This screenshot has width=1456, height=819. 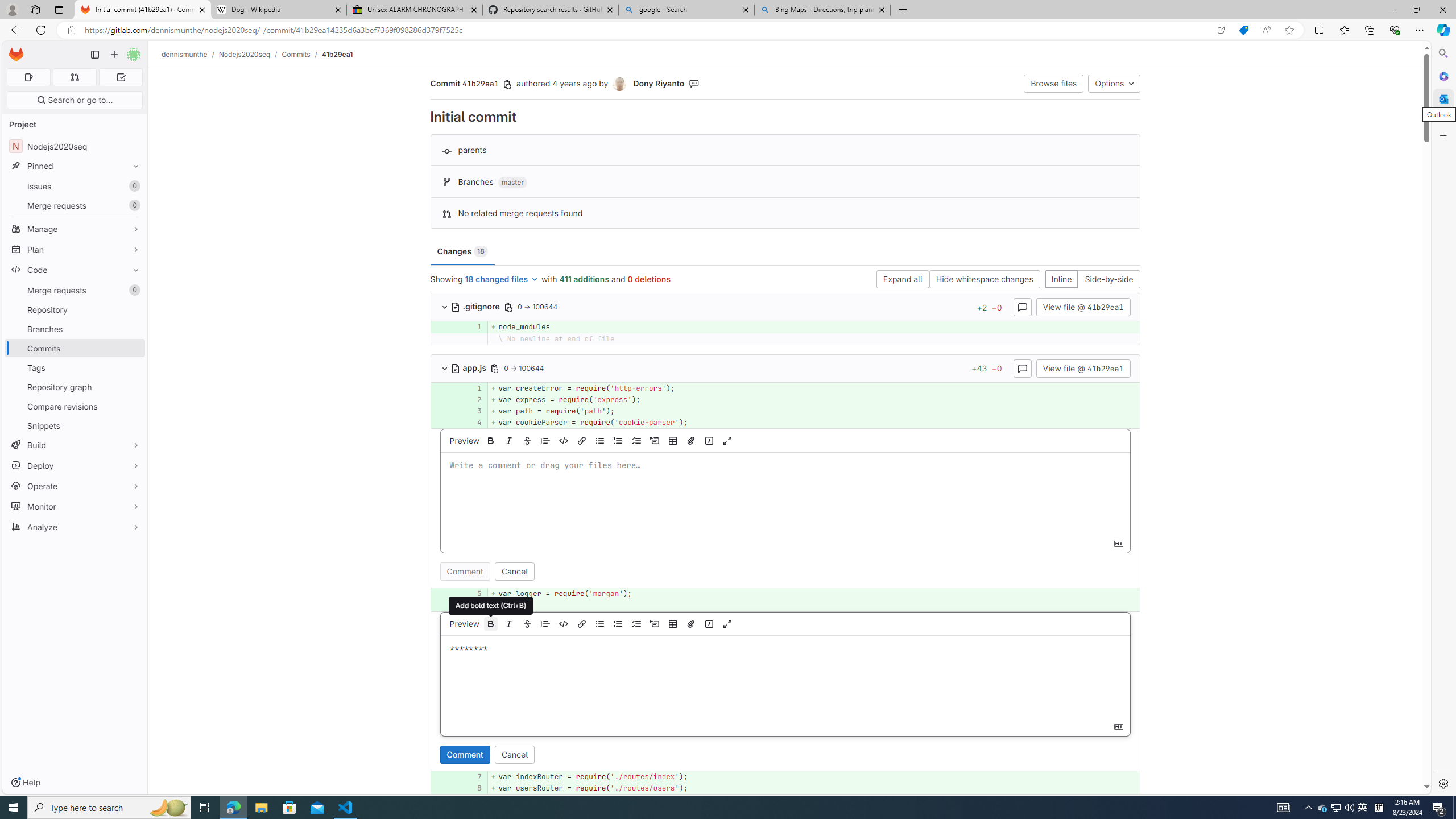 What do you see at coordinates (471, 410) in the screenshot?
I see `'3'` at bounding box center [471, 410].